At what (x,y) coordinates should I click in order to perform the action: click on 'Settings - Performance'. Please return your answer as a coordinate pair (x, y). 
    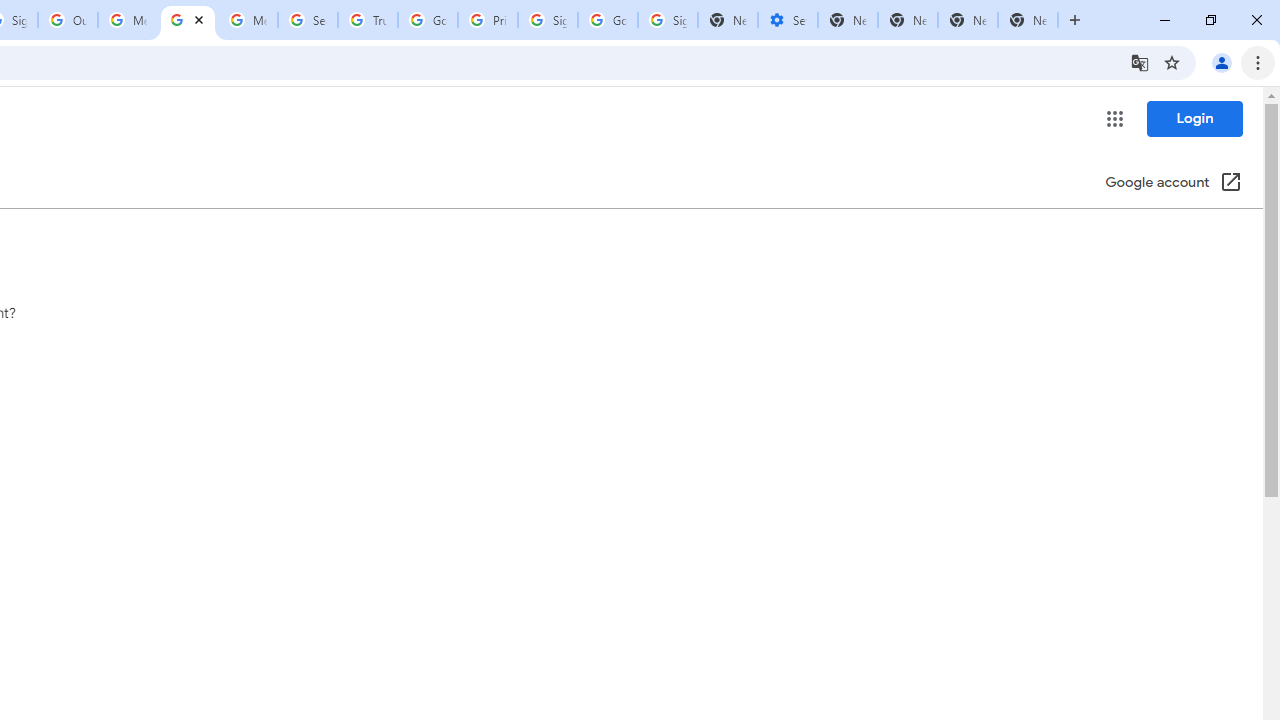
    Looking at the image, I should click on (786, 20).